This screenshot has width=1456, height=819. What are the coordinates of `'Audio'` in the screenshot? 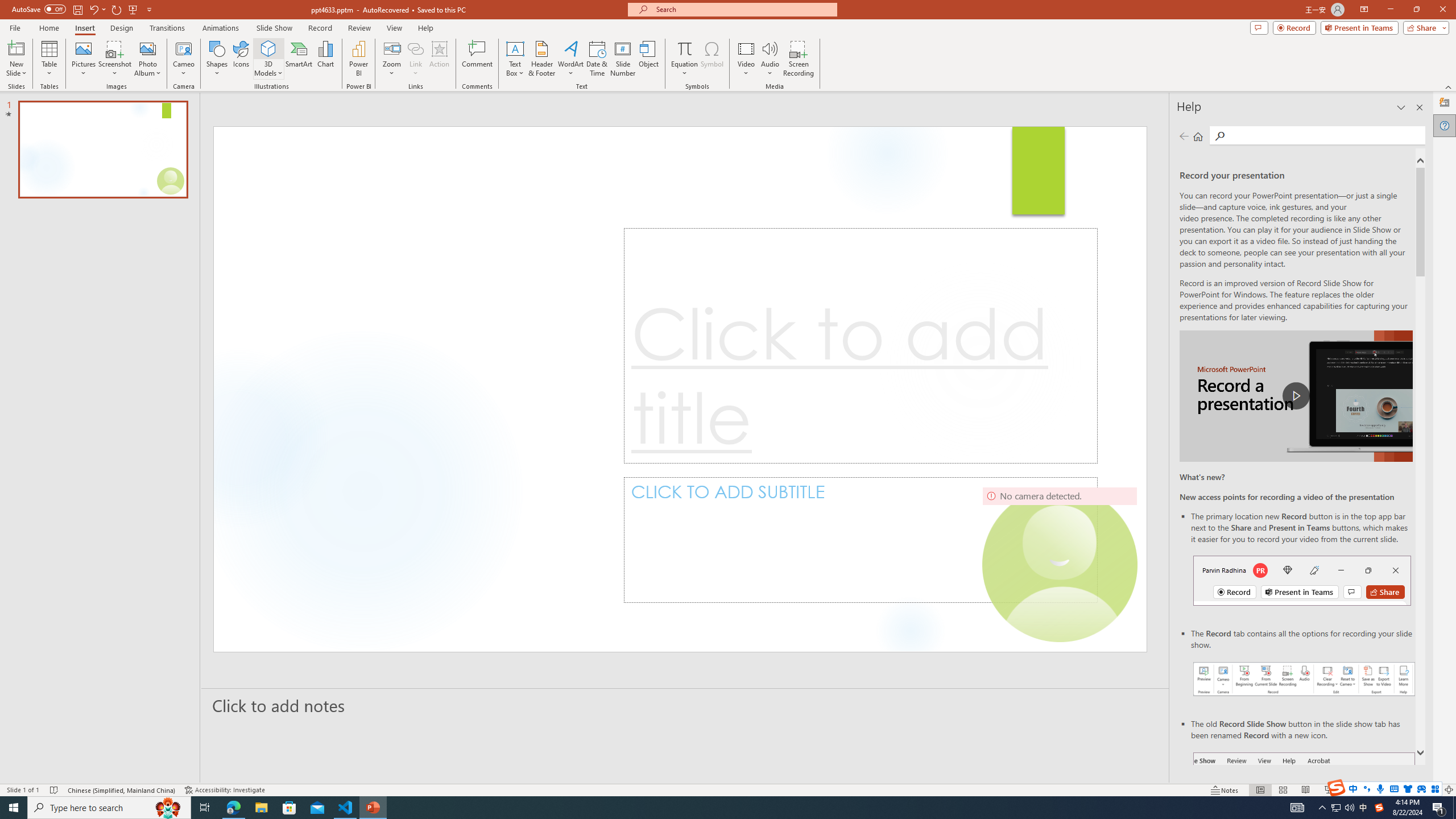 It's located at (770, 59).